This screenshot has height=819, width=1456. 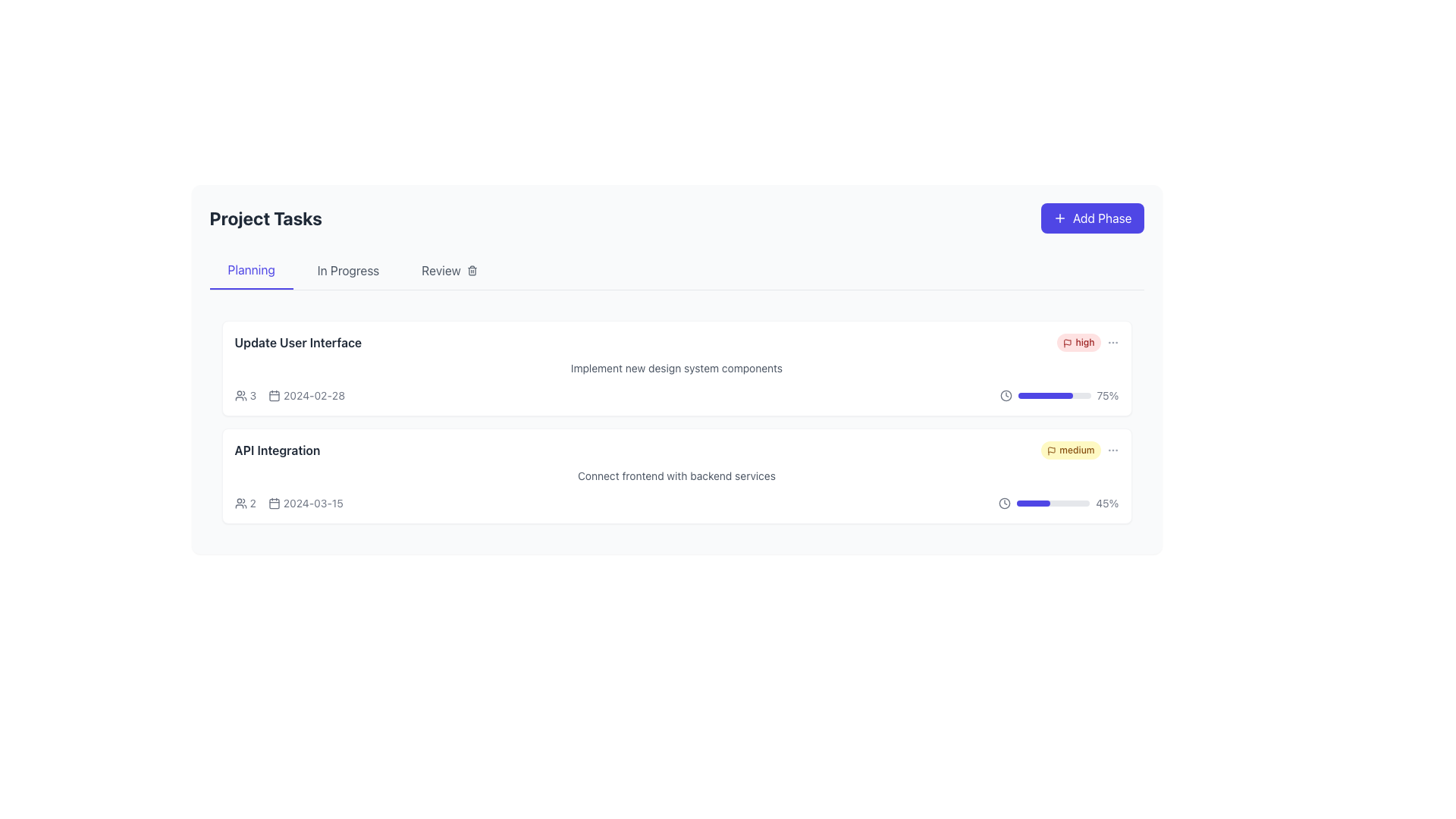 What do you see at coordinates (1005, 503) in the screenshot?
I see `the outer boundary of the clock face located within the clock icon on the right side of the second task card` at bounding box center [1005, 503].